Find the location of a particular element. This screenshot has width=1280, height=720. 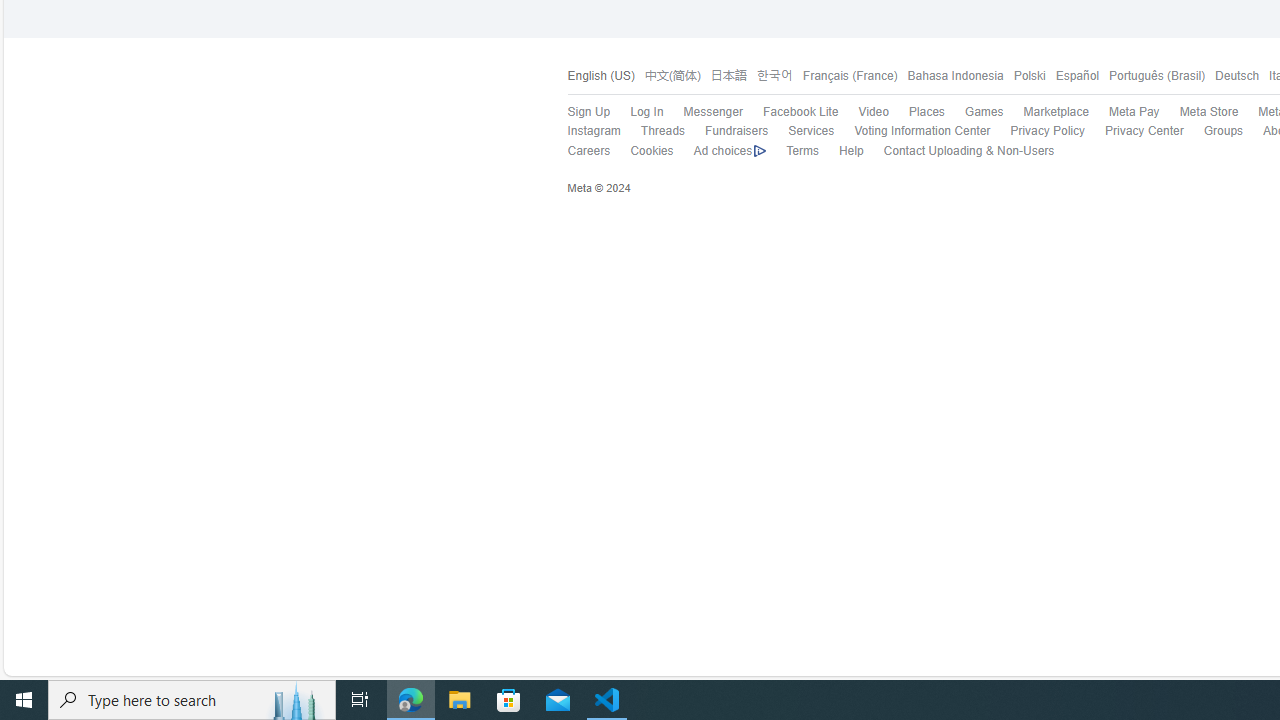

'Facebook Lite' is located at coordinates (789, 113).